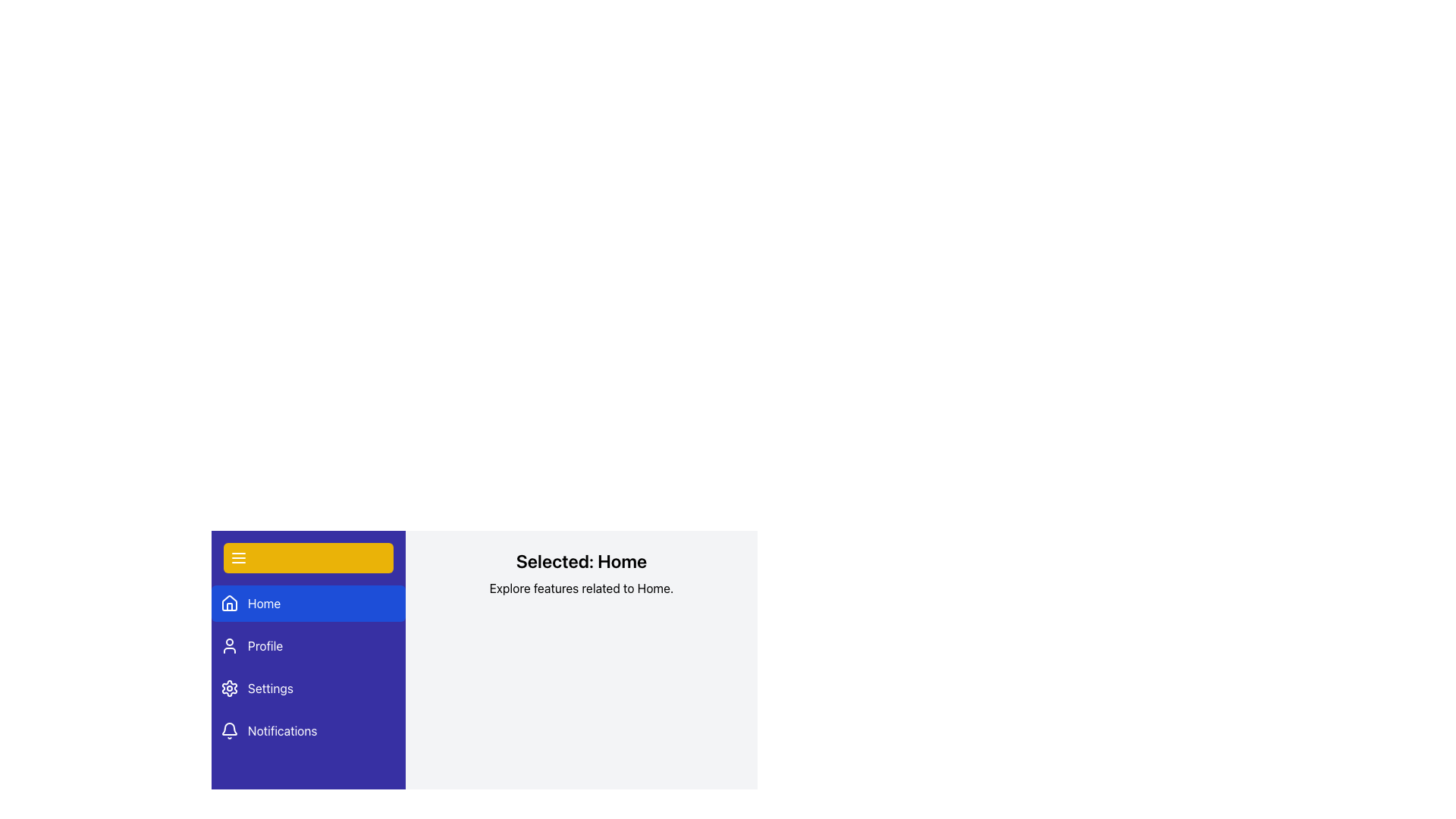  I want to click on the toggle button located at the top of the vertical sidebar menu, so click(308, 558).